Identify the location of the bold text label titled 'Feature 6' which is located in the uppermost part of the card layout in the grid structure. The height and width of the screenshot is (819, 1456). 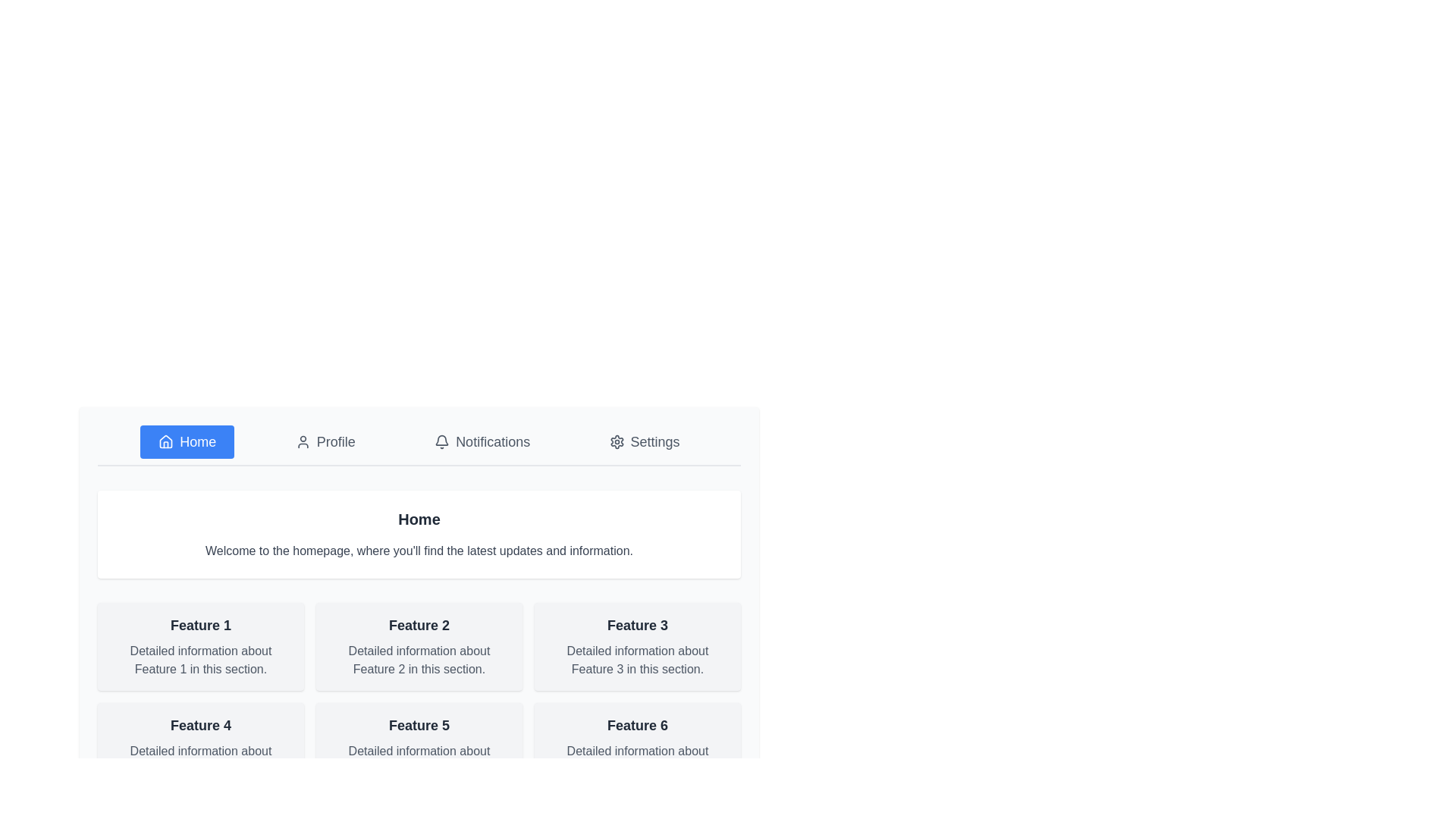
(637, 724).